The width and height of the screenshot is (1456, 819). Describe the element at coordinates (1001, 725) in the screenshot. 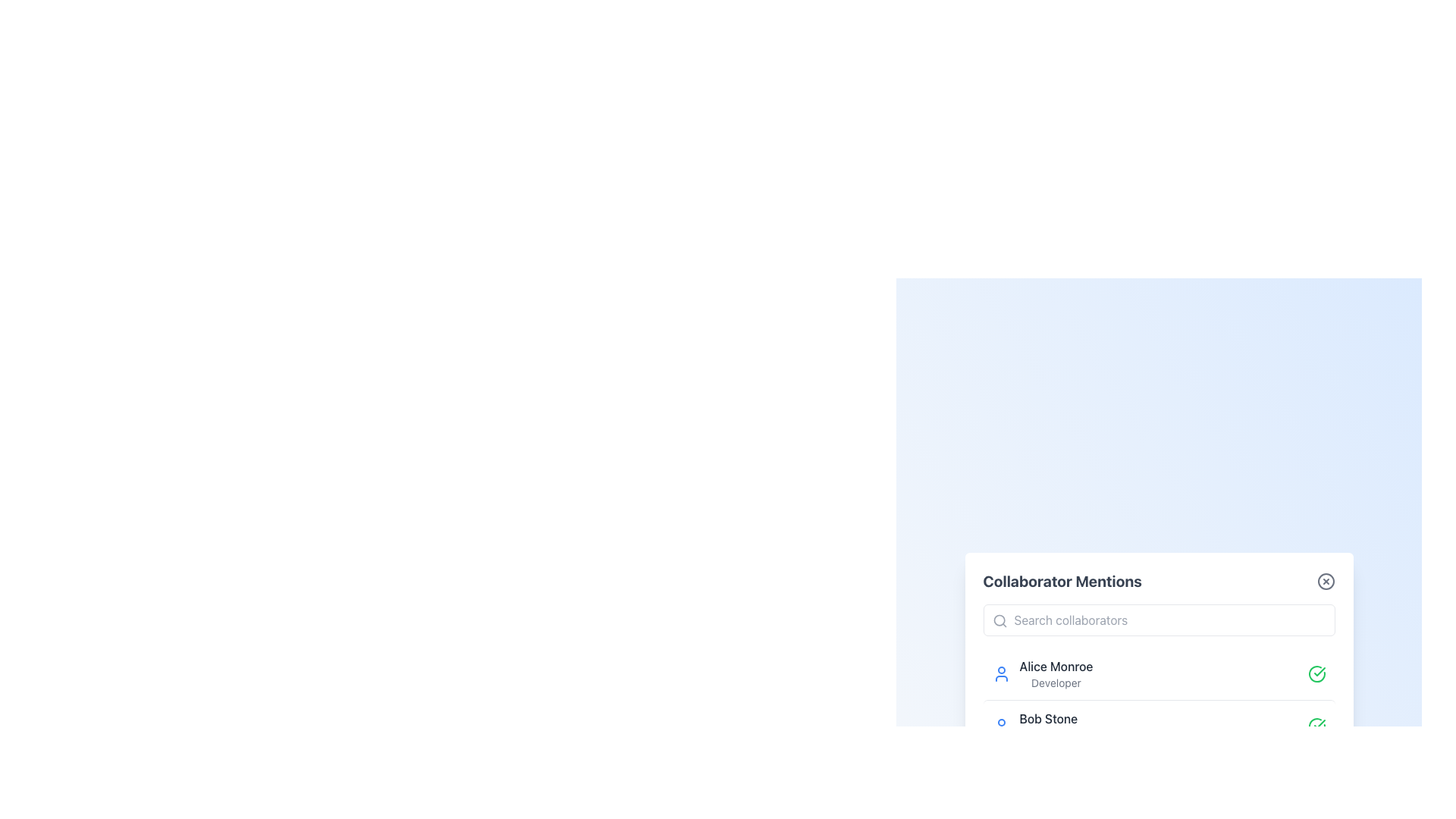

I see `the user icon depicted as a blue line drawing of a person, positioned to the left of the text 'Bob Stone' in the entry row` at that location.